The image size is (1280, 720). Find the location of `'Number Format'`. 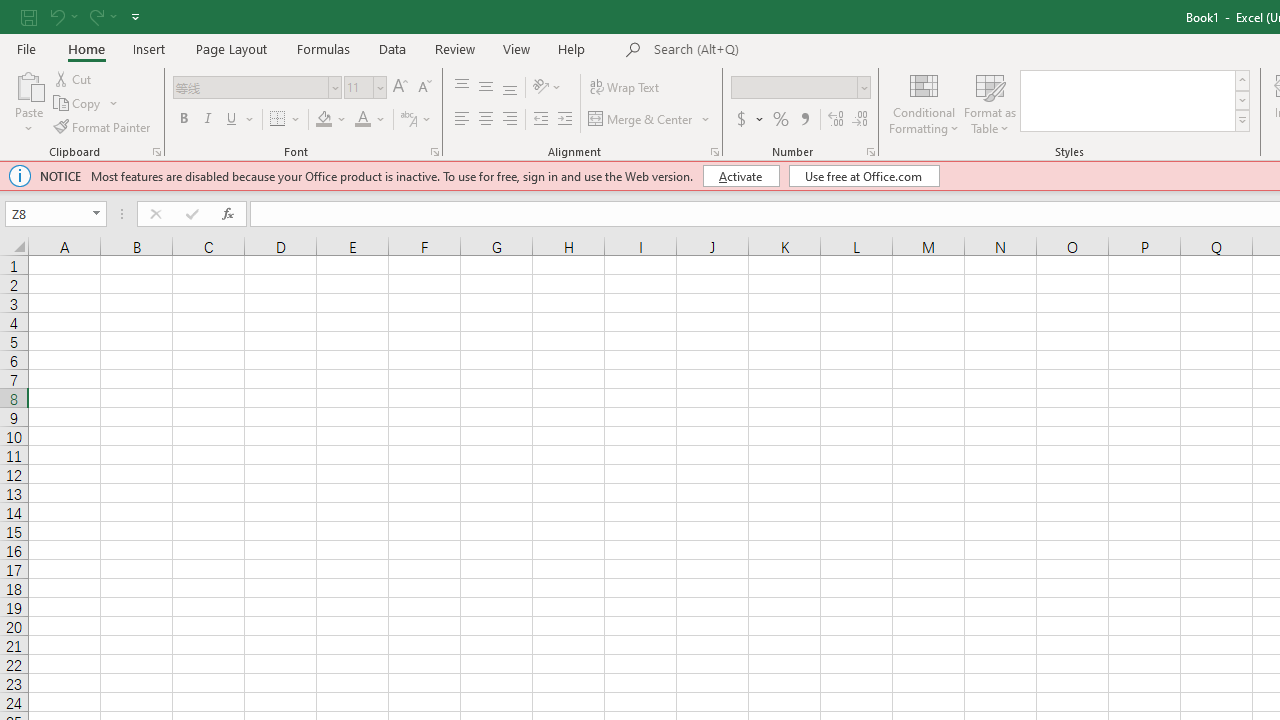

'Number Format' is located at coordinates (800, 86).